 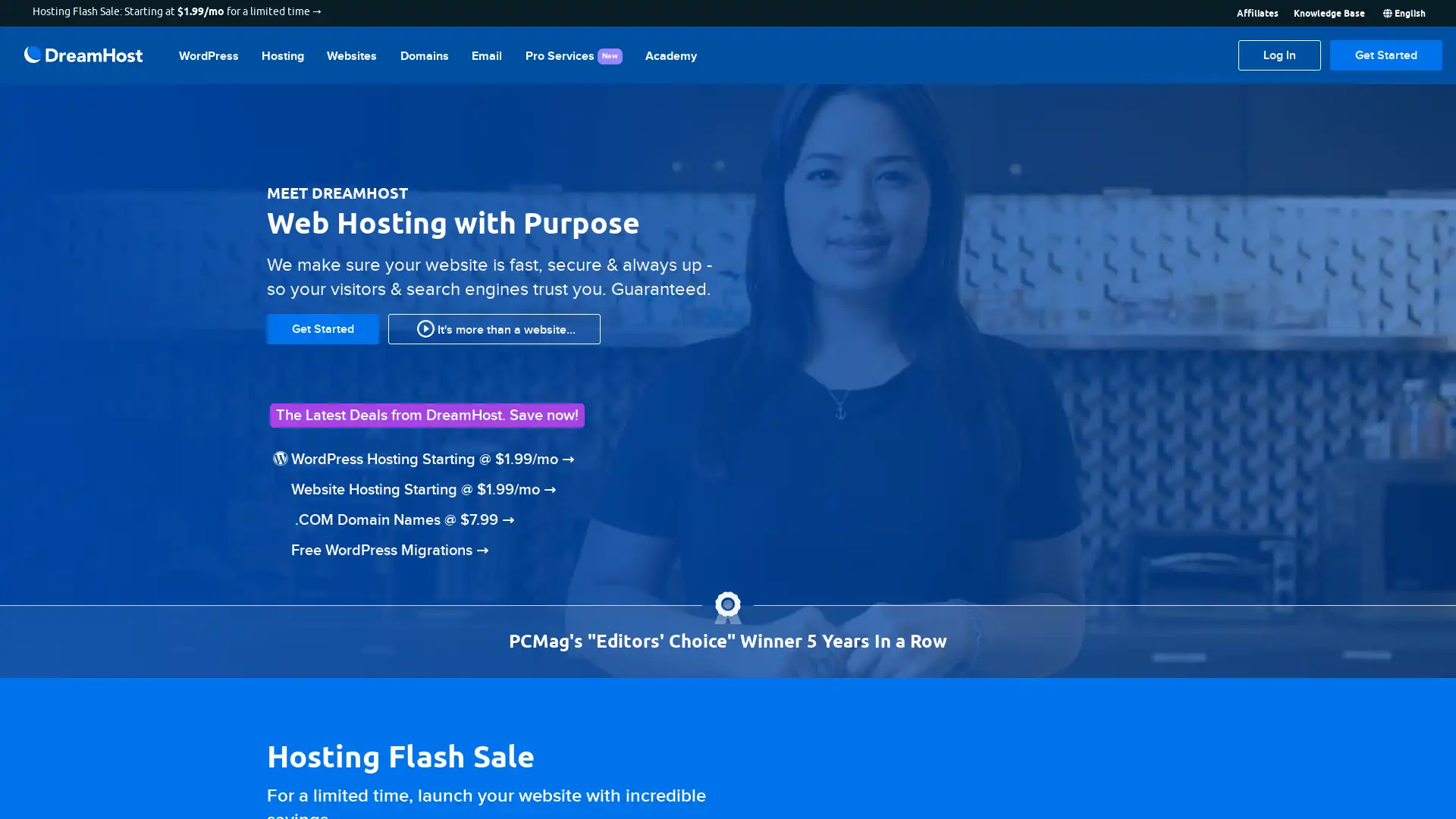 What do you see at coordinates (1386, 55) in the screenshot?
I see `Get Started` at bounding box center [1386, 55].